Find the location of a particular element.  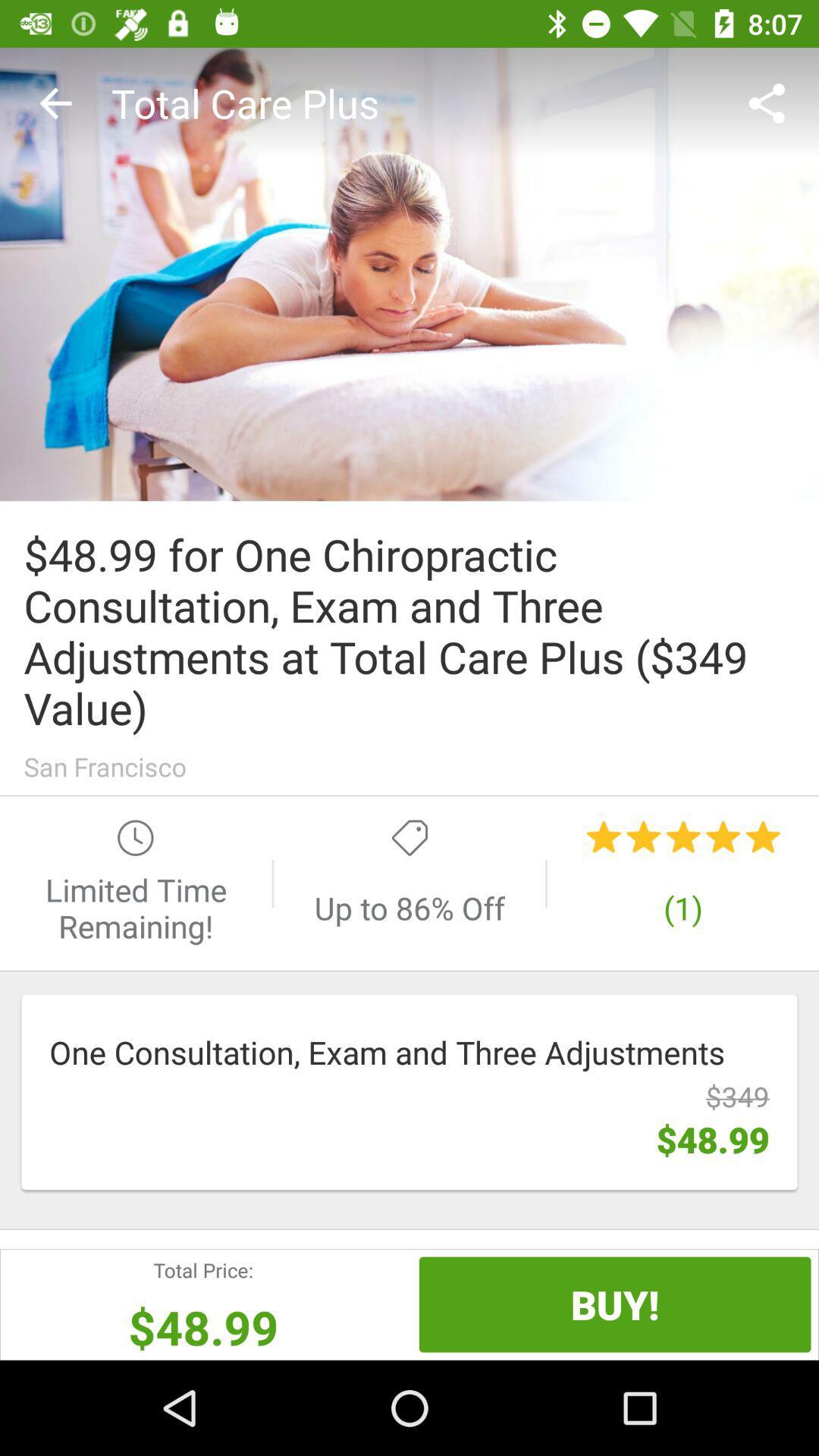

item to the left of the total care plus is located at coordinates (55, 102).